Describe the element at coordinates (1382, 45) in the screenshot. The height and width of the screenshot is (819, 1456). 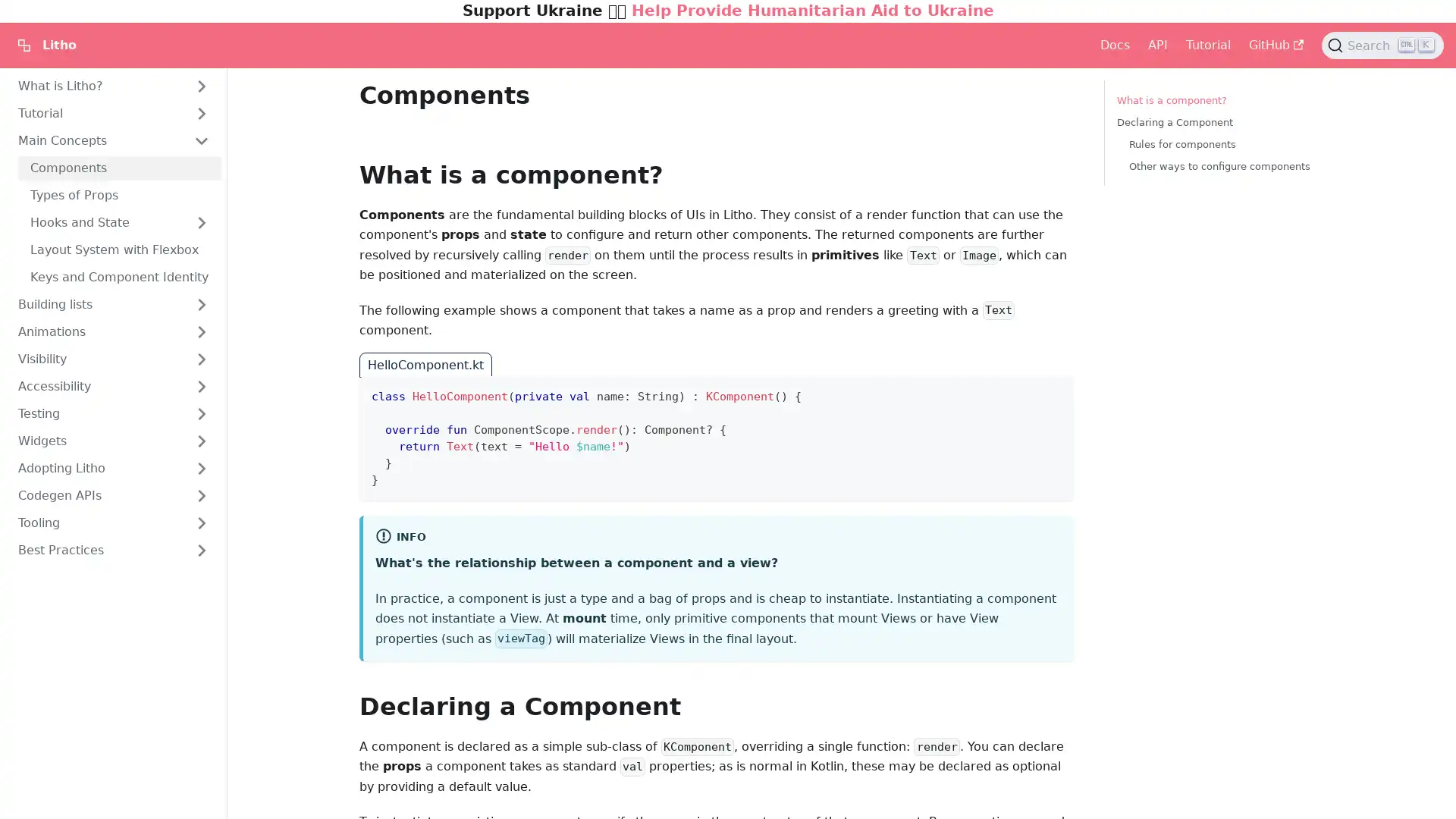
I see `Search` at that location.